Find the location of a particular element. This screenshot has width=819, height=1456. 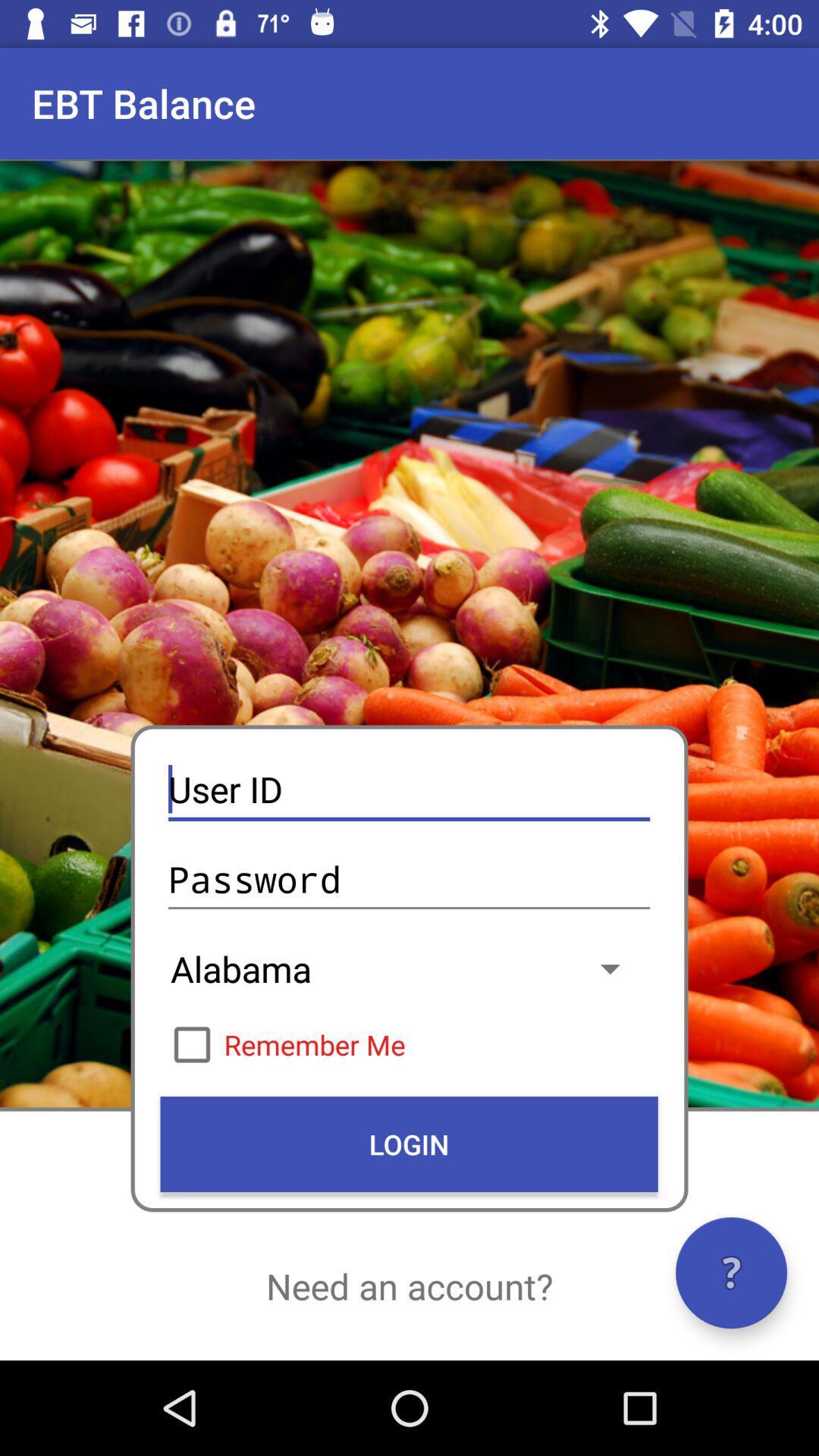

icon above the need an account? is located at coordinates (408, 1144).